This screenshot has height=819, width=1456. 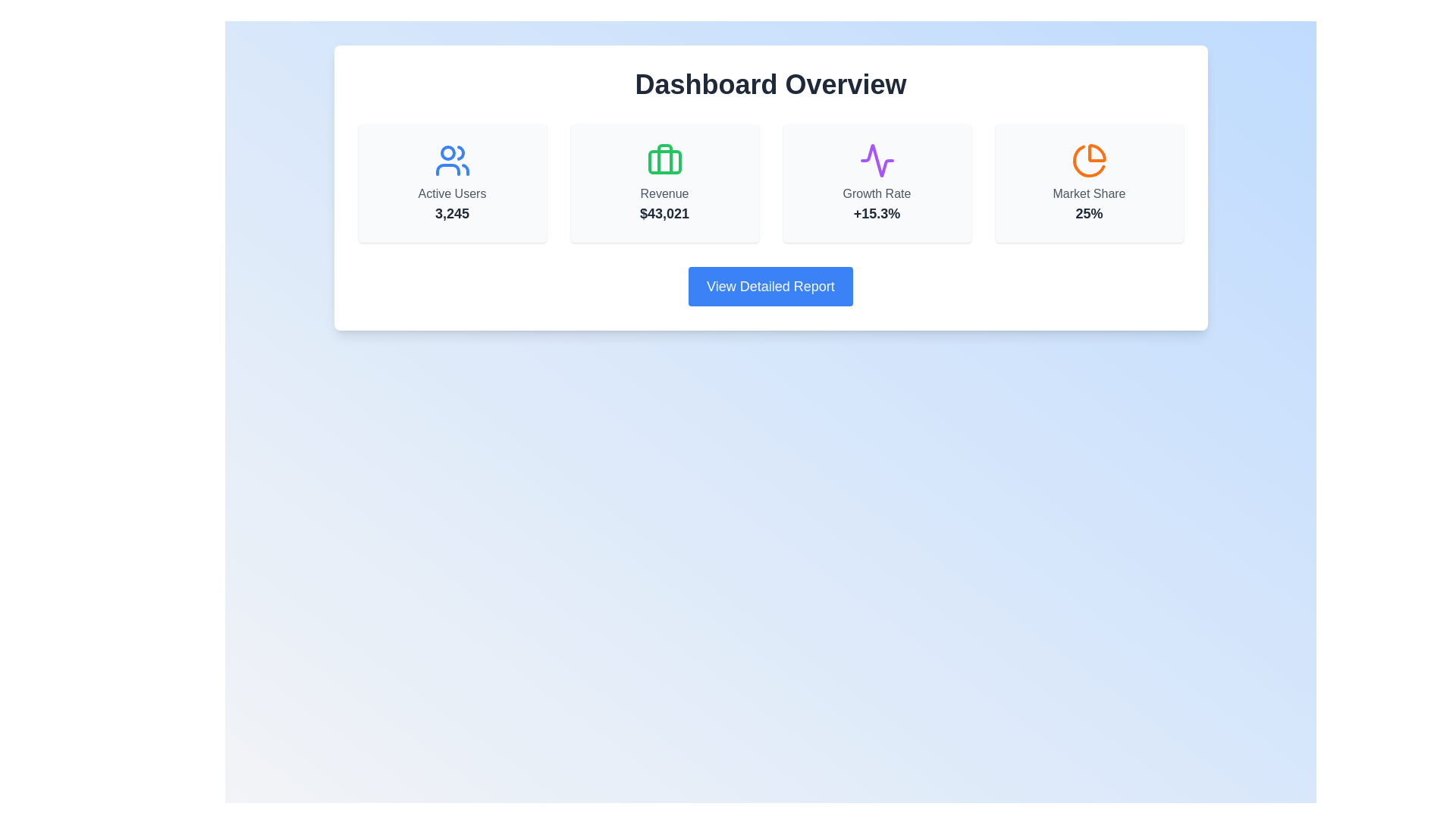 What do you see at coordinates (451, 183) in the screenshot?
I see `the Informational card displaying the number of active users, which is the first card in a horizontal layout under the 'Dashboard Overview'` at bounding box center [451, 183].